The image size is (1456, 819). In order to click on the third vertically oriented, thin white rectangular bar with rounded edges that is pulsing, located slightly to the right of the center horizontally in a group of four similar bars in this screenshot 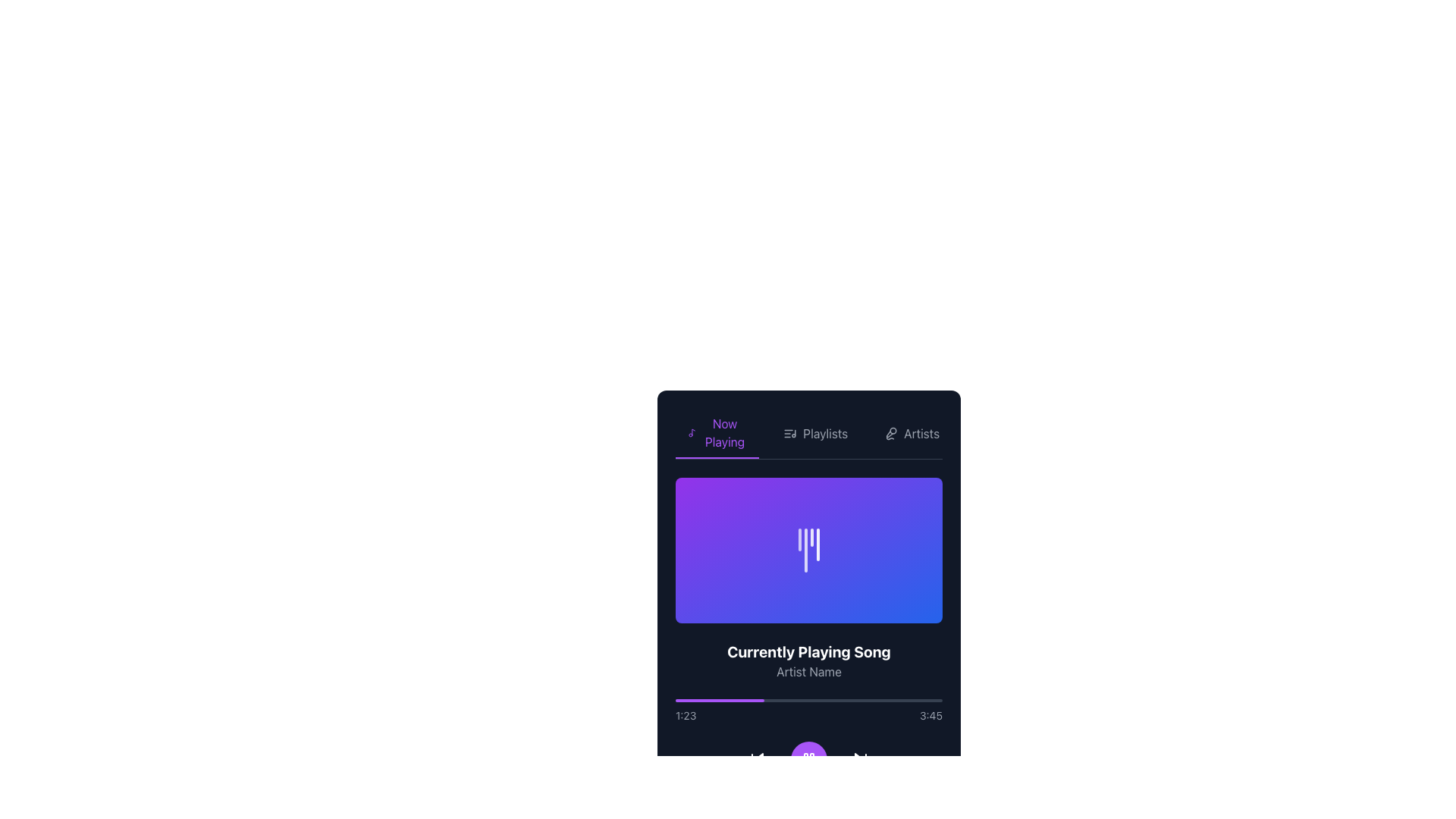, I will do `click(811, 536)`.